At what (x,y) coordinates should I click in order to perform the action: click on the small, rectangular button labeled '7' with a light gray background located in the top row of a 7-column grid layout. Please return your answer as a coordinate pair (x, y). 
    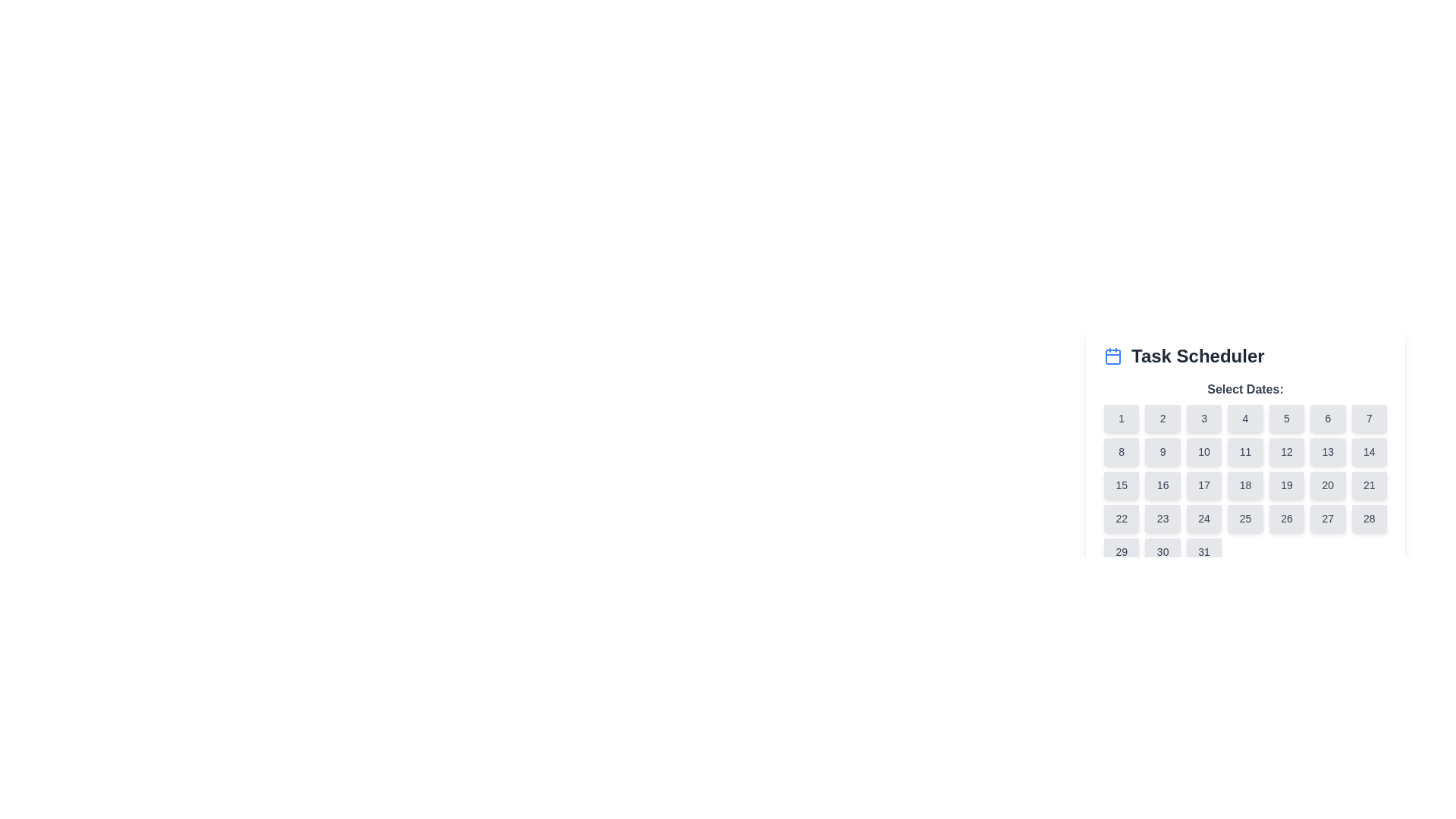
    Looking at the image, I should click on (1369, 418).